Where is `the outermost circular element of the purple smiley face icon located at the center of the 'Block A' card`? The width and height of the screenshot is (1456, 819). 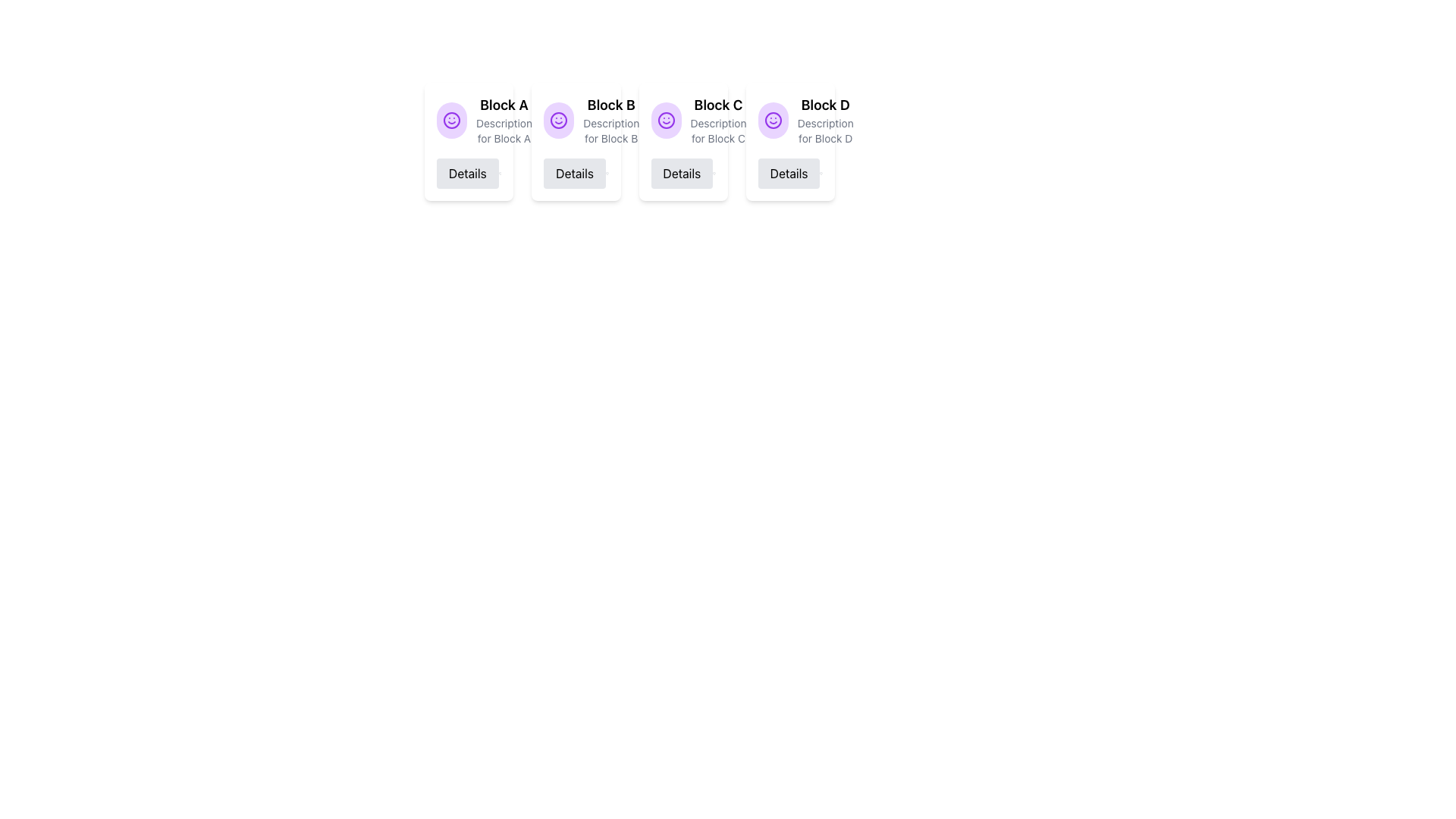 the outermost circular element of the purple smiley face icon located at the center of the 'Block A' card is located at coordinates (773, 119).